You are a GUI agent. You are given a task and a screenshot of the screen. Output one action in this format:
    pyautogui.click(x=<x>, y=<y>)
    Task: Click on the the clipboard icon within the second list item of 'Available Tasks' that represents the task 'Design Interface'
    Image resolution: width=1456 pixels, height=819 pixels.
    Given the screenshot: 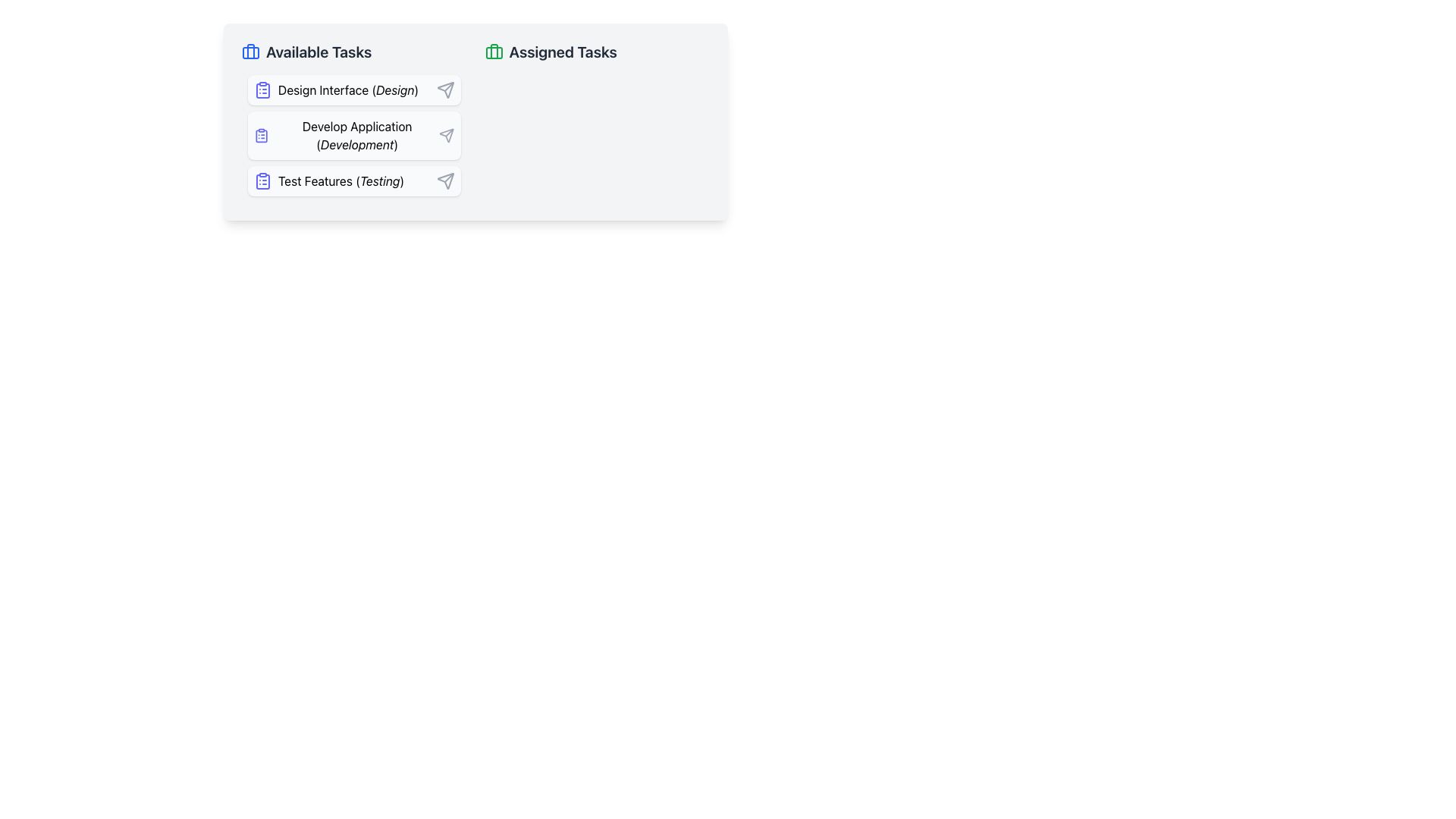 What is the action you would take?
    pyautogui.click(x=262, y=90)
    